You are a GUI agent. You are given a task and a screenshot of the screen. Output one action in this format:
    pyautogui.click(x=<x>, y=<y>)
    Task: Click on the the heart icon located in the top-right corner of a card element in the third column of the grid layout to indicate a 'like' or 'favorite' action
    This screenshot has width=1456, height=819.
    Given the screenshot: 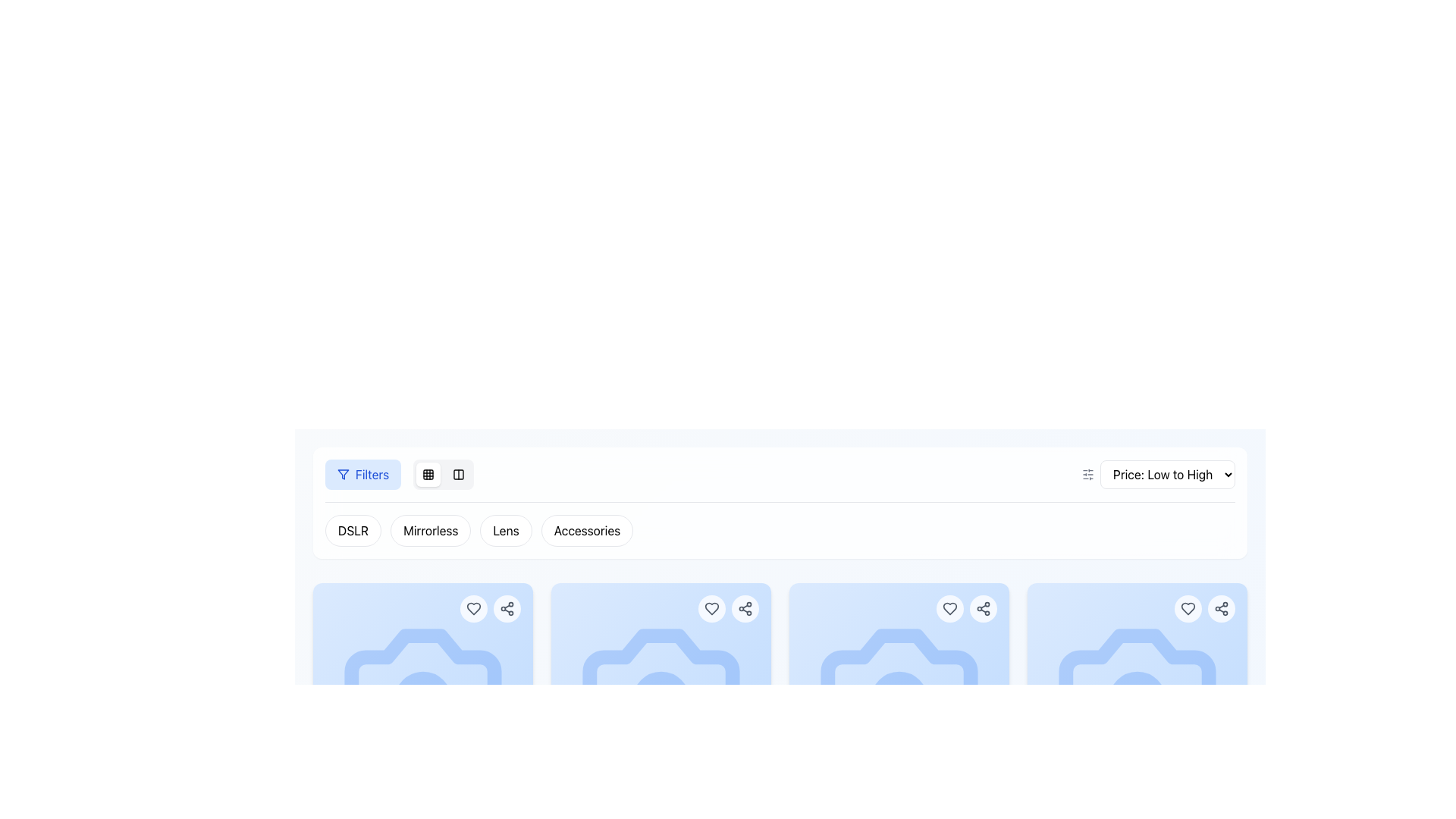 What is the action you would take?
    pyautogui.click(x=949, y=607)
    